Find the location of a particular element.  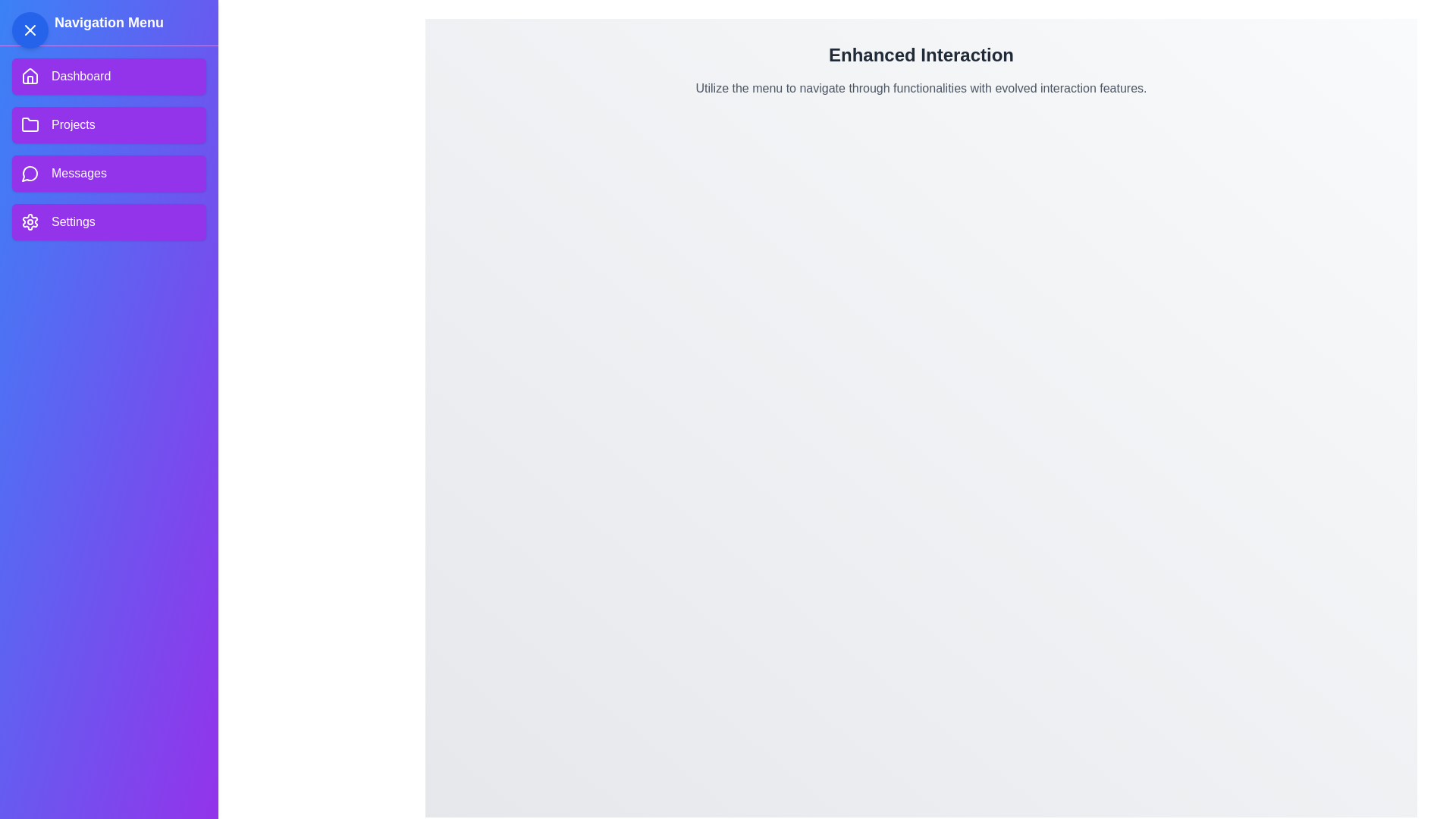

the Dashboard menu item in the navigation drawer is located at coordinates (108, 76).